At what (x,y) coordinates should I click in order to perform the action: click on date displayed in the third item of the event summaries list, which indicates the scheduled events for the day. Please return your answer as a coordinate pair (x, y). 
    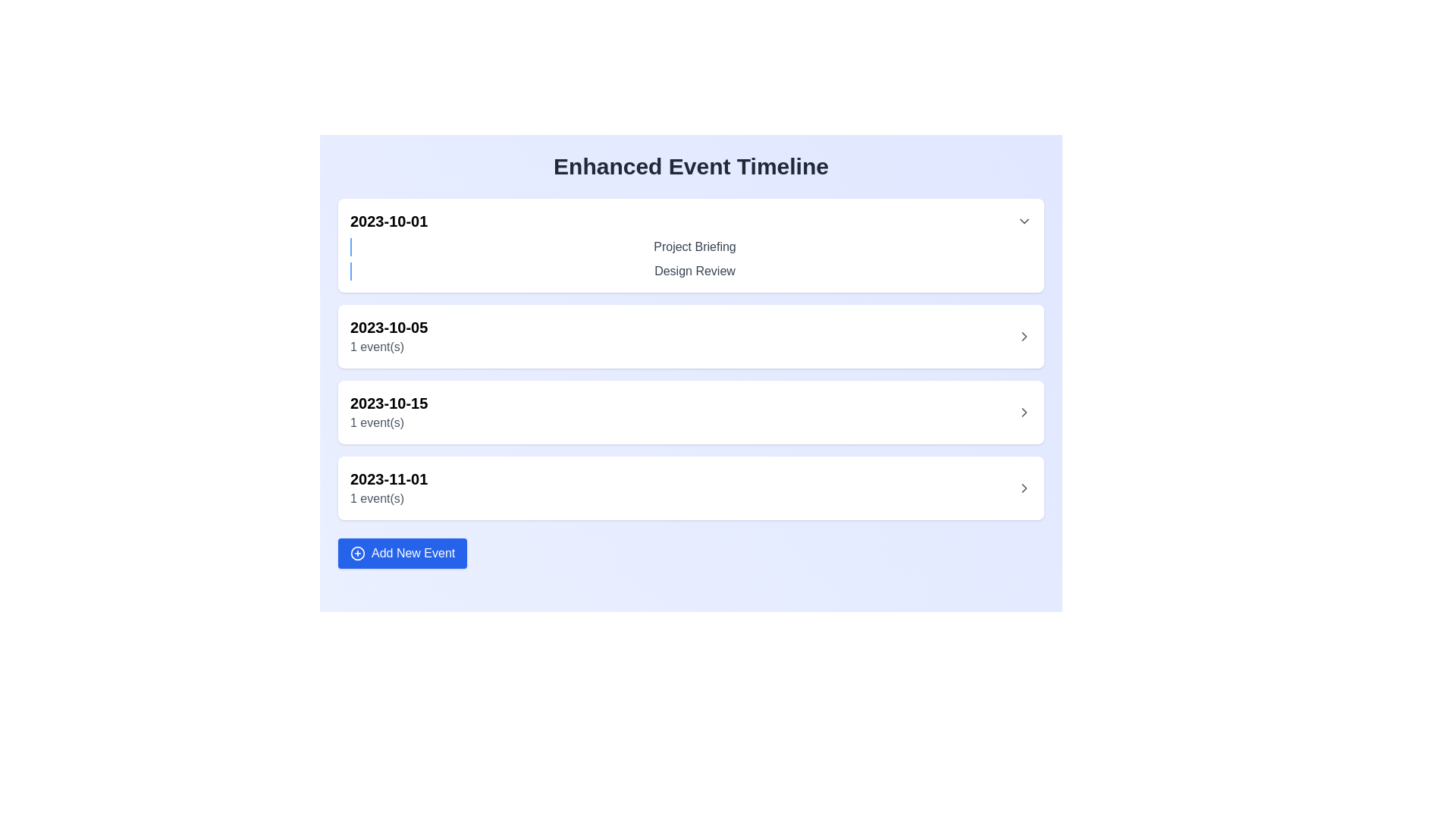
    Looking at the image, I should click on (389, 412).